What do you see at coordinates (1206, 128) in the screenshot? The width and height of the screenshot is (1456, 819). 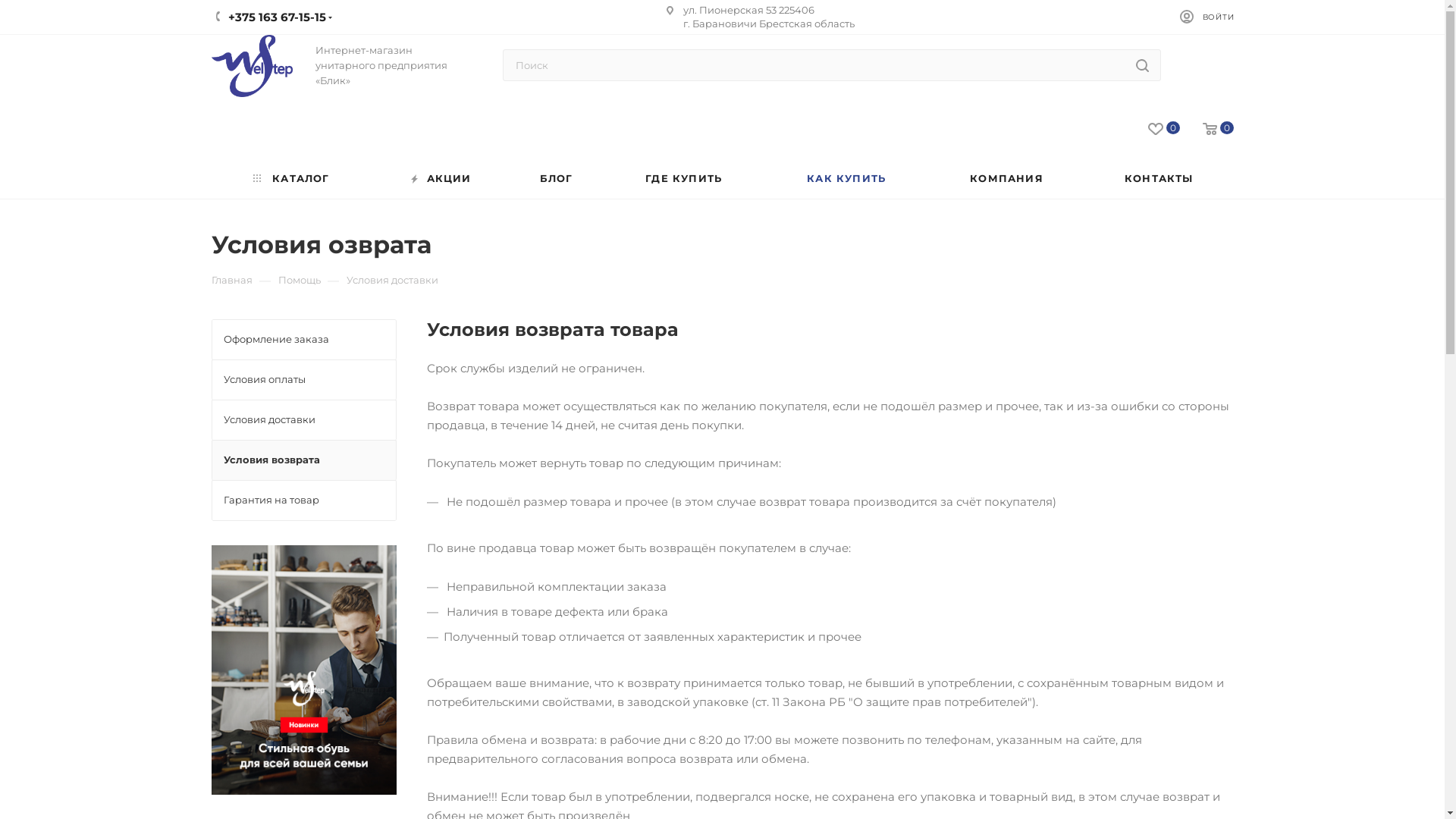 I see `'0'` at bounding box center [1206, 128].